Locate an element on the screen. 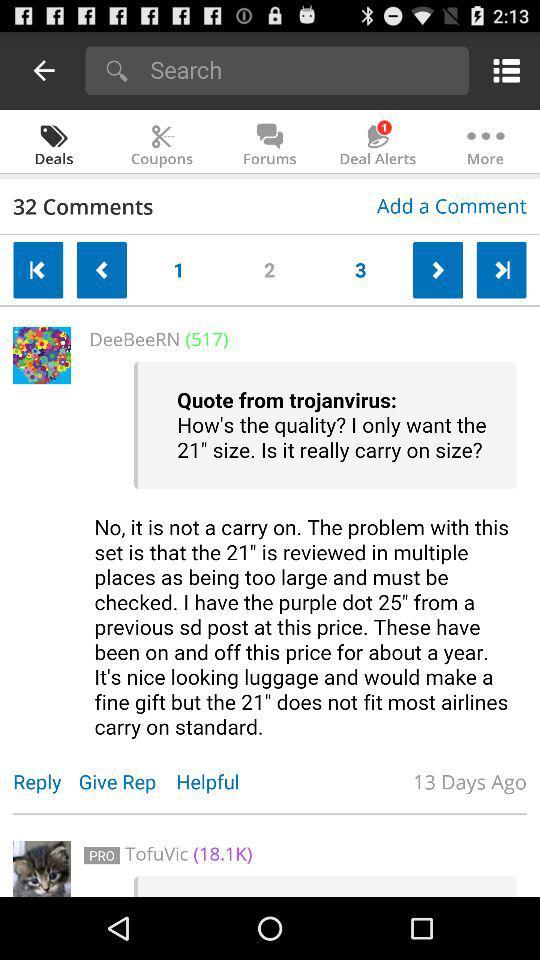 Image resolution: width=540 pixels, height=960 pixels. item next to the 1 icon is located at coordinates (269, 265).